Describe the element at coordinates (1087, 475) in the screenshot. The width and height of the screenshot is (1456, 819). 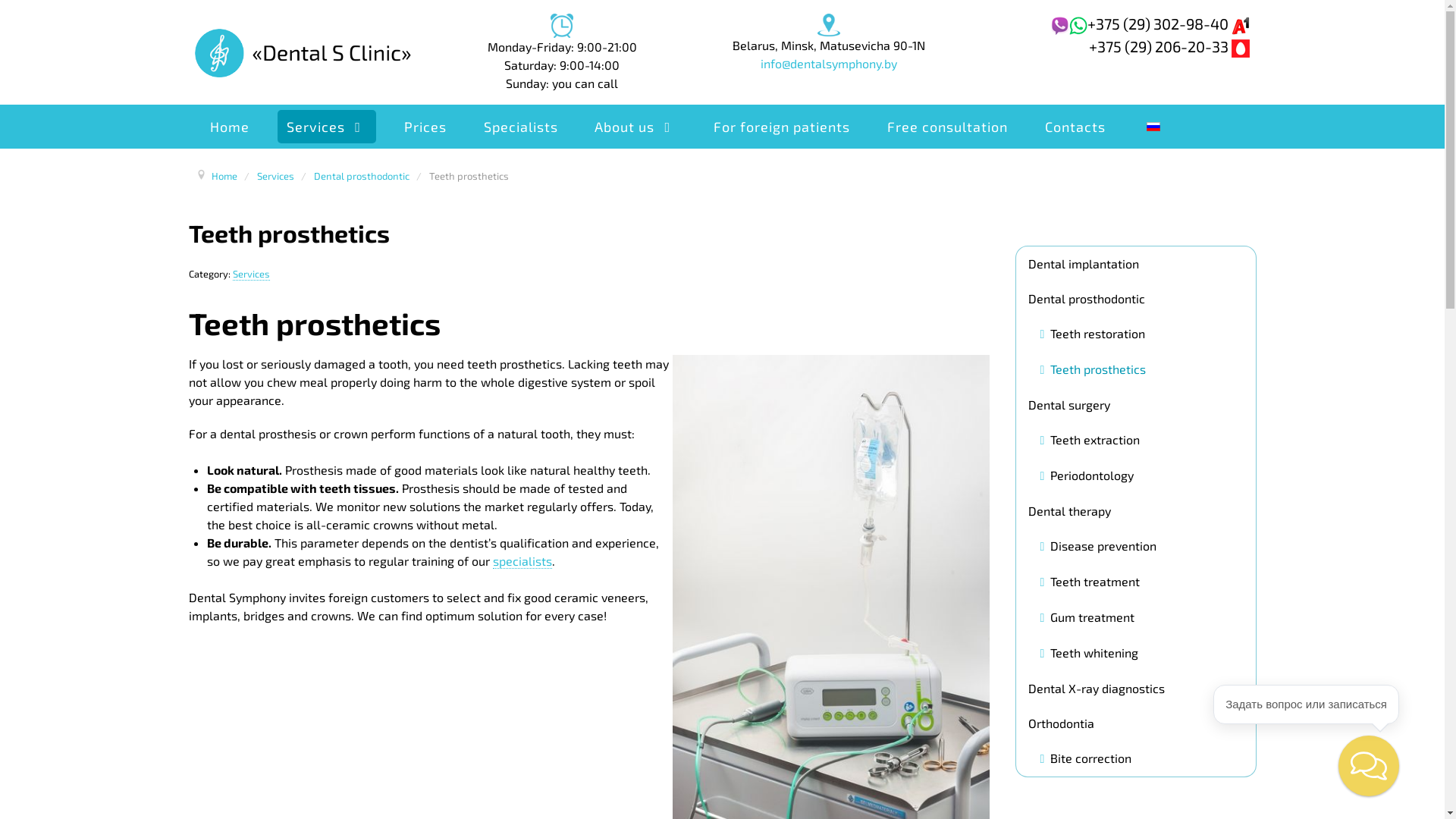
I see `'Periodontology'` at that location.